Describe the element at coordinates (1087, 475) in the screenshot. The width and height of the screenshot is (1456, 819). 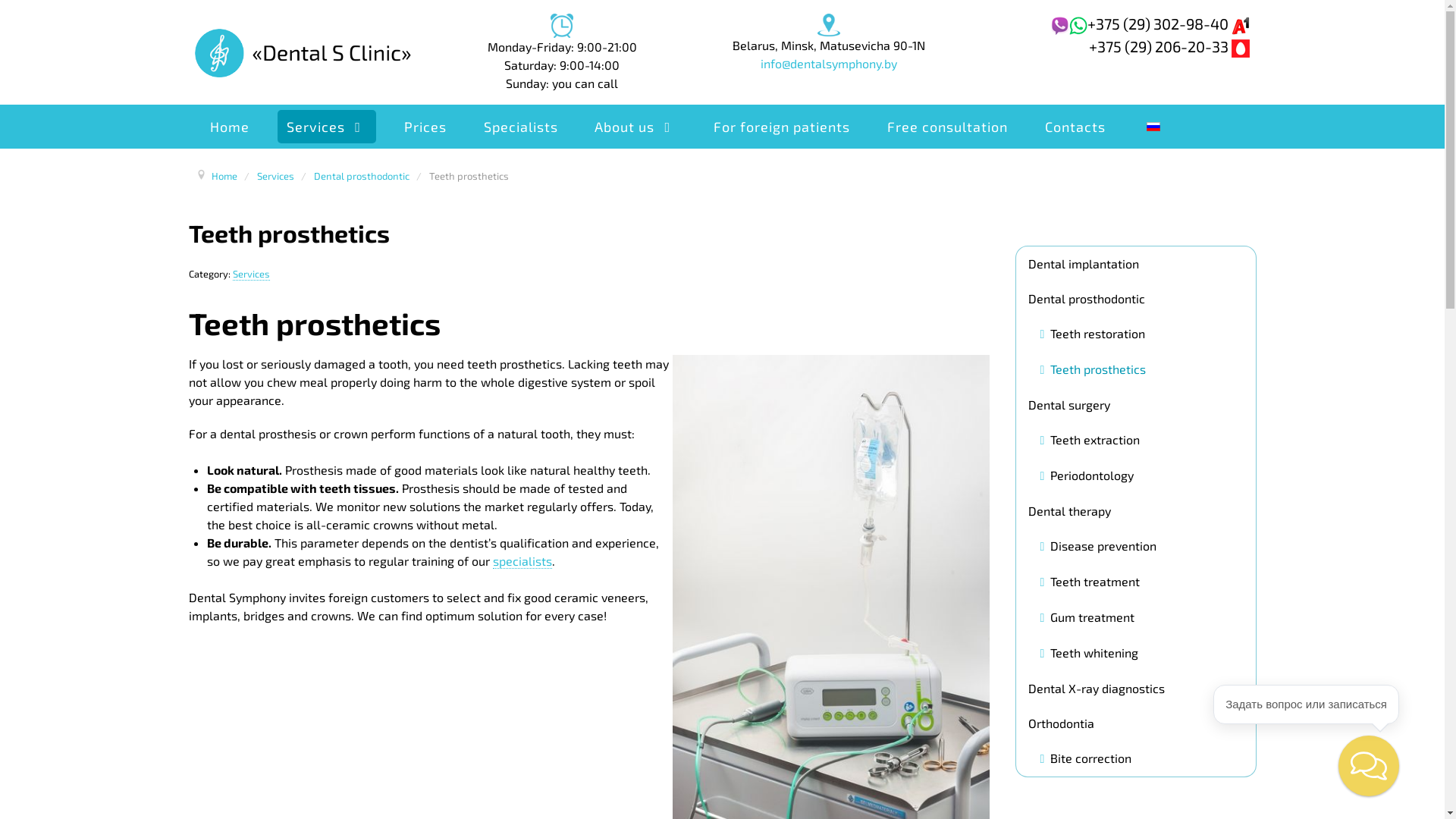
I see `'Periodontology'` at that location.